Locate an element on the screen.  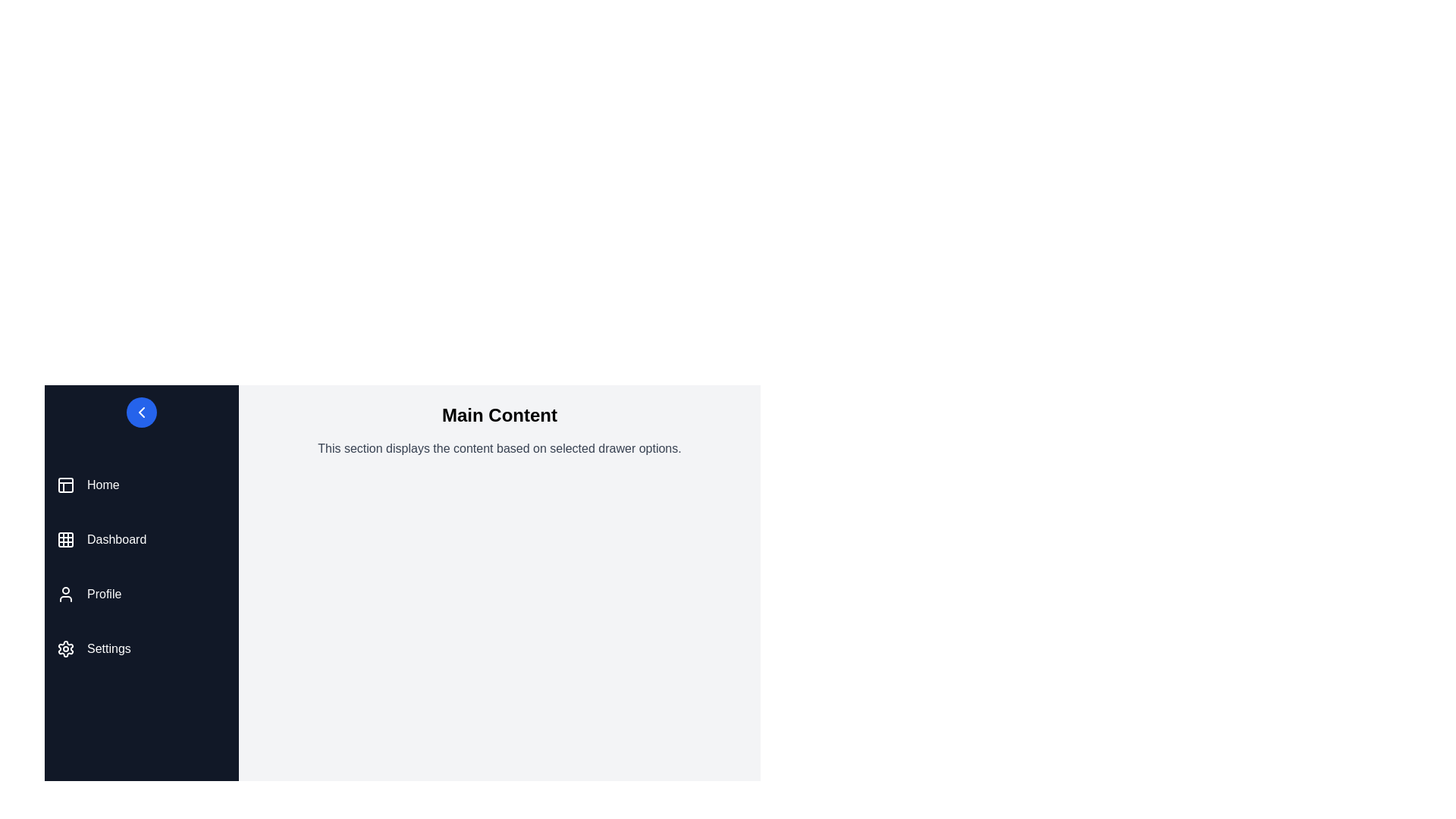
the menu item Profile from the drawer is located at coordinates (142, 593).